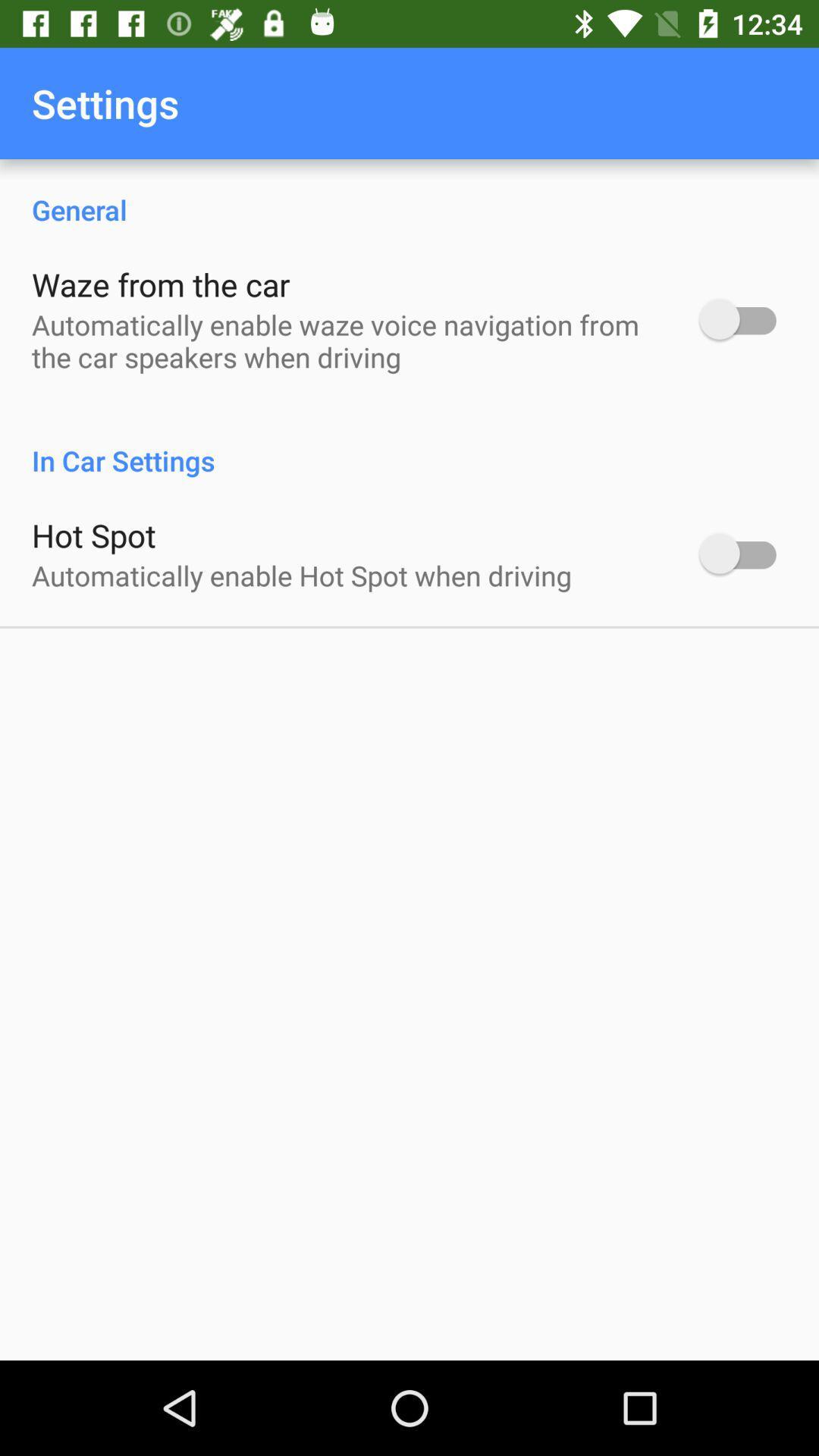 This screenshot has height=1456, width=819. What do you see at coordinates (409, 193) in the screenshot?
I see `app below settings app` at bounding box center [409, 193].